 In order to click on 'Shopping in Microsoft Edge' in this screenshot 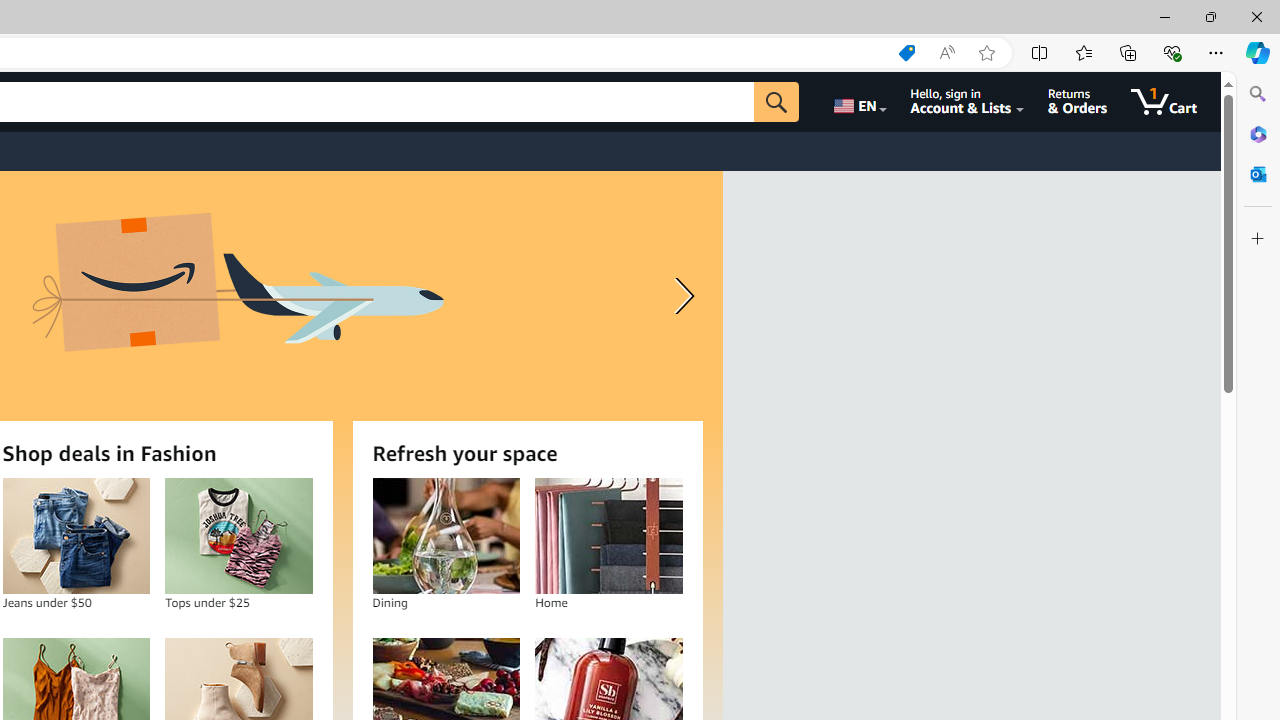, I will do `click(905, 52)`.